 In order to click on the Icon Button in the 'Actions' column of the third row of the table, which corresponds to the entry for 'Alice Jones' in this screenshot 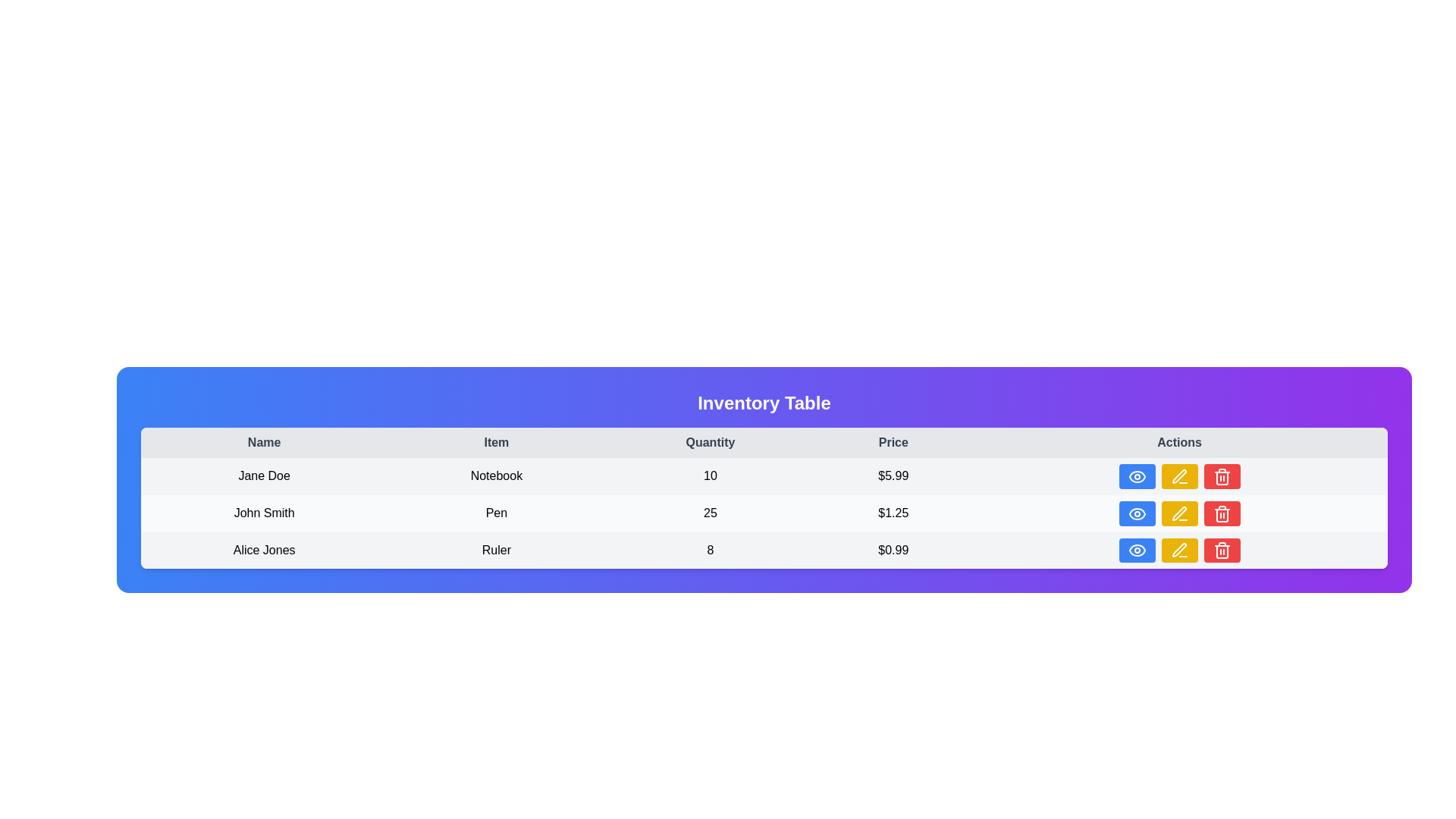, I will do `click(1222, 551)`.